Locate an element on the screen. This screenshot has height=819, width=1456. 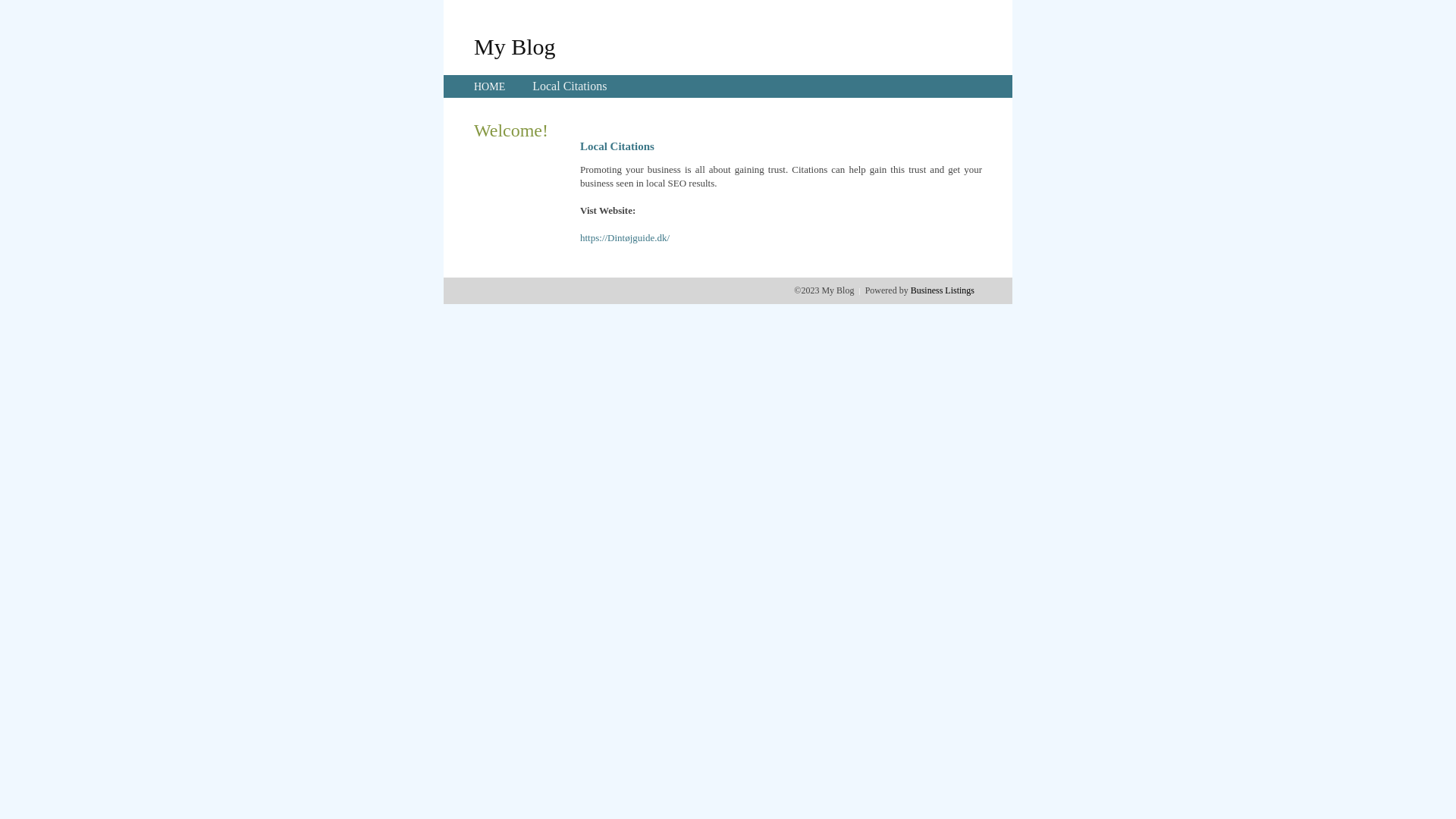
'HOME' is located at coordinates (472, 86).